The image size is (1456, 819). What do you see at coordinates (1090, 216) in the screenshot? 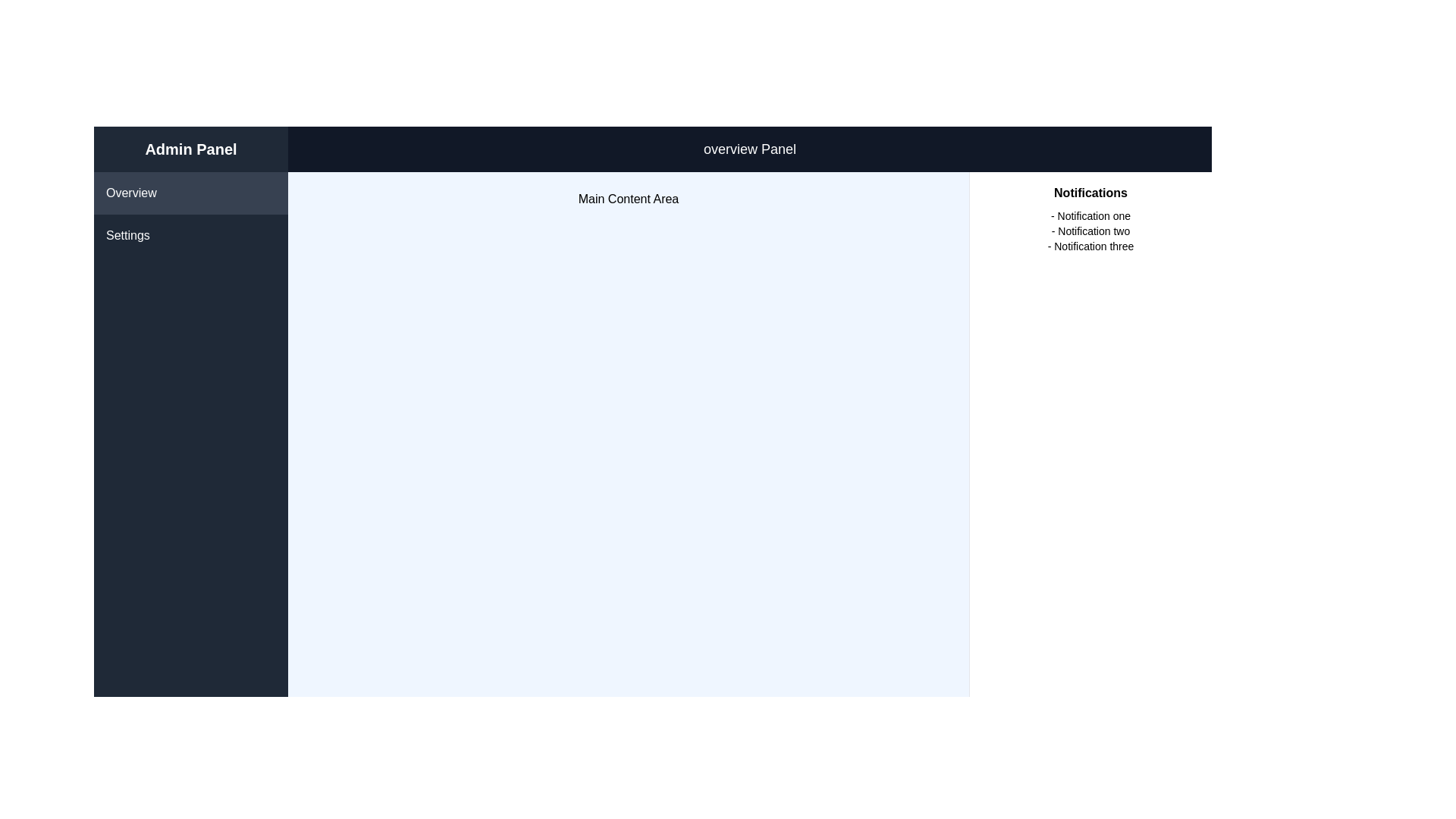
I see `the static notification message that reads '- Notification one', which is the first item in the Notifications section located in the top-right corner of the interface` at bounding box center [1090, 216].